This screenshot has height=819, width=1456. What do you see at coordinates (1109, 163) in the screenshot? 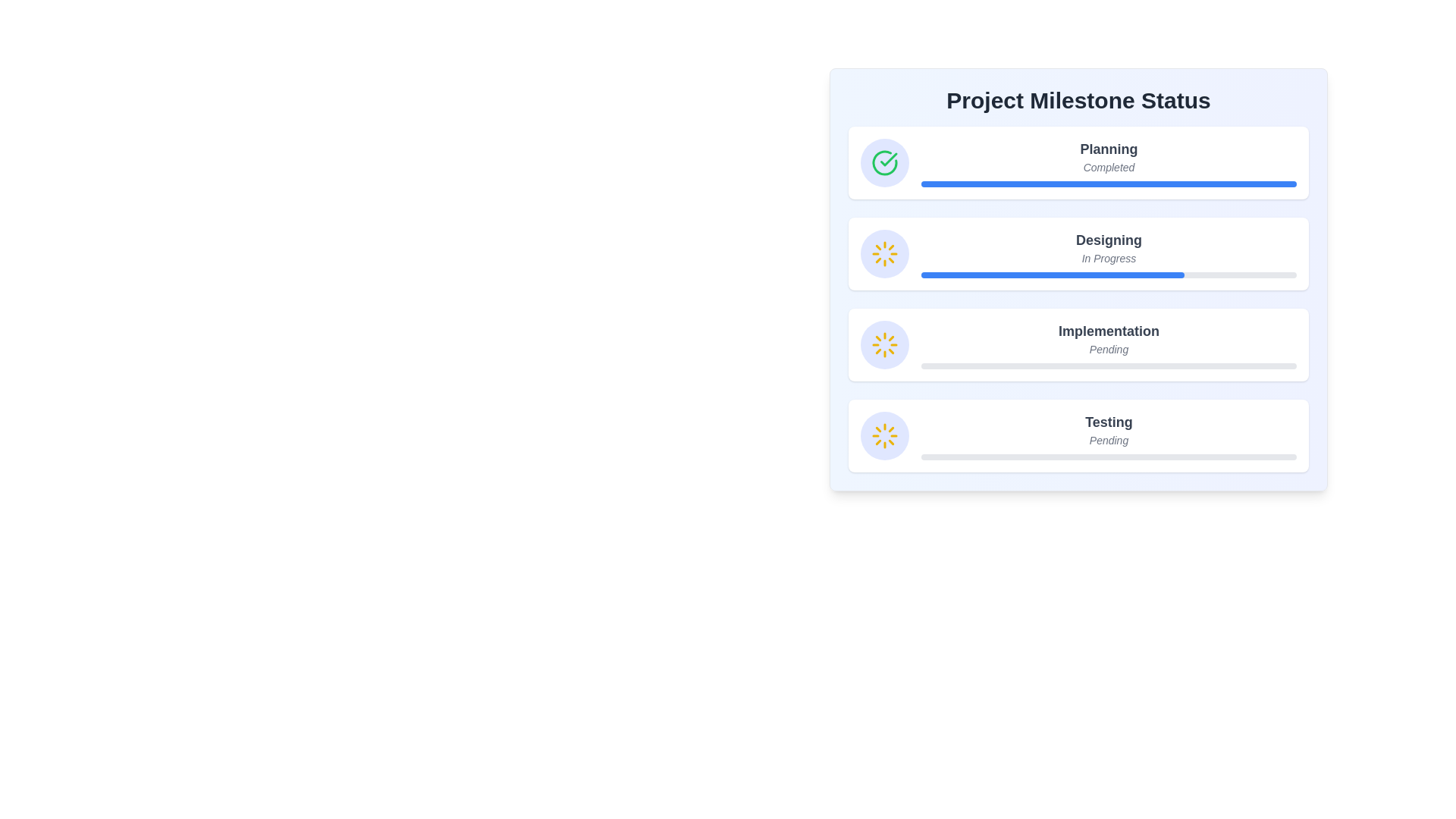
I see `the Labeled milestone indicator with the title 'Planning' and subtitle 'Completed', which is the first item in the 'Project Milestone Status' section` at bounding box center [1109, 163].